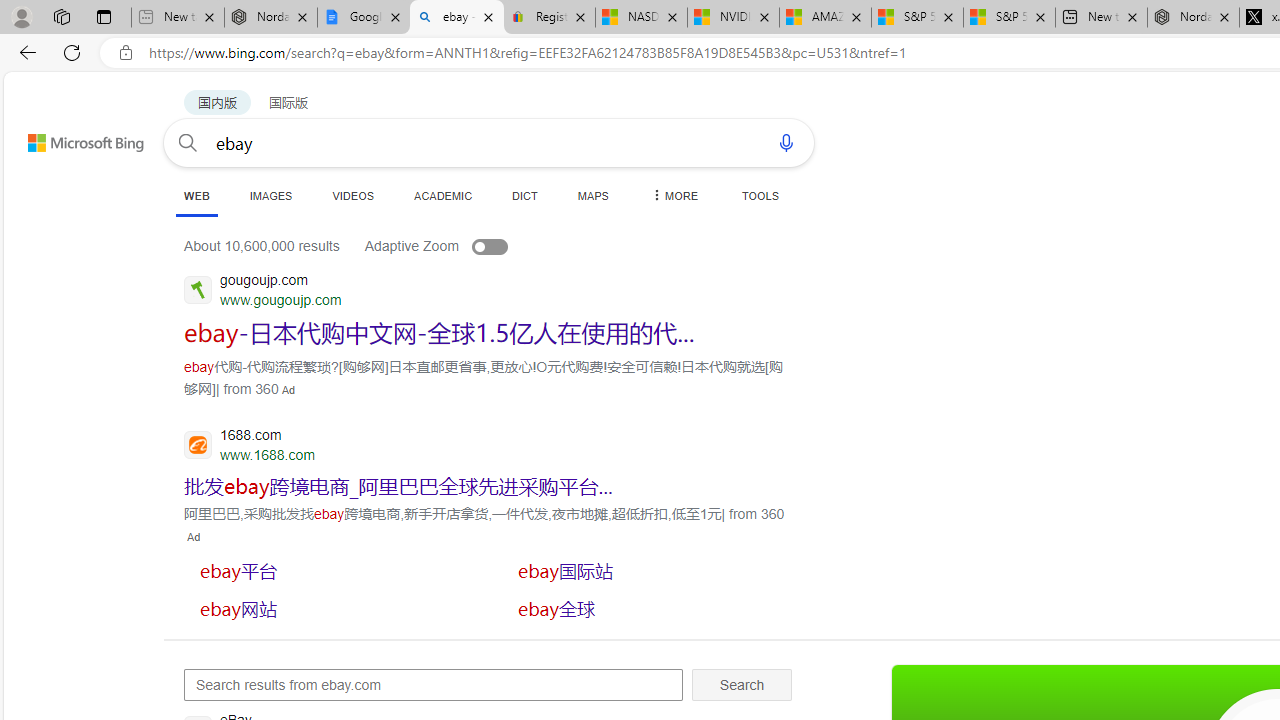 This screenshot has height=720, width=1280. Describe the element at coordinates (269, 195) in the screenshot. I see `'IMAGES'` at that location.